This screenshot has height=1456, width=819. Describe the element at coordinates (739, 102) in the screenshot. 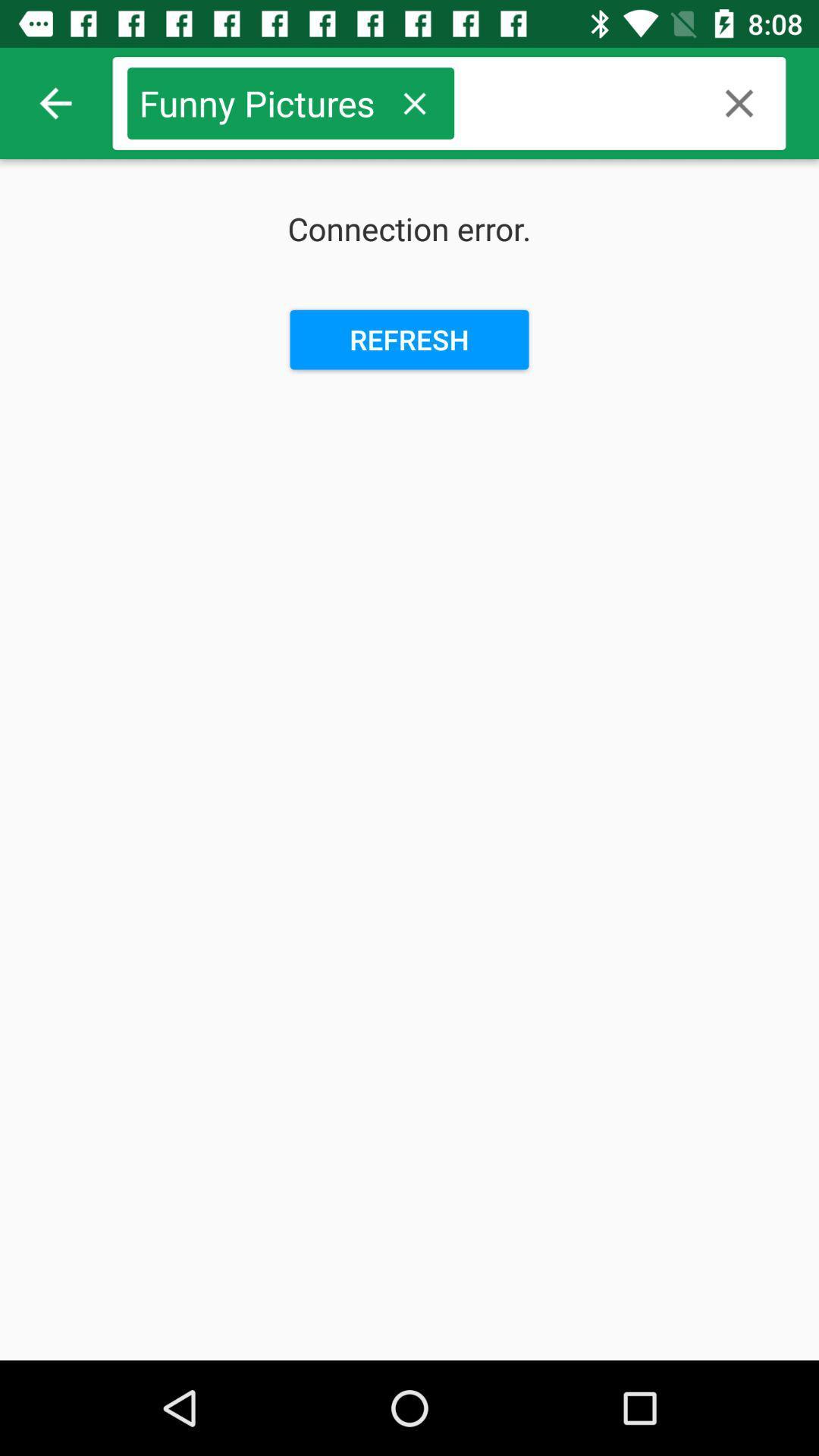

I see `the close icon` at that location.